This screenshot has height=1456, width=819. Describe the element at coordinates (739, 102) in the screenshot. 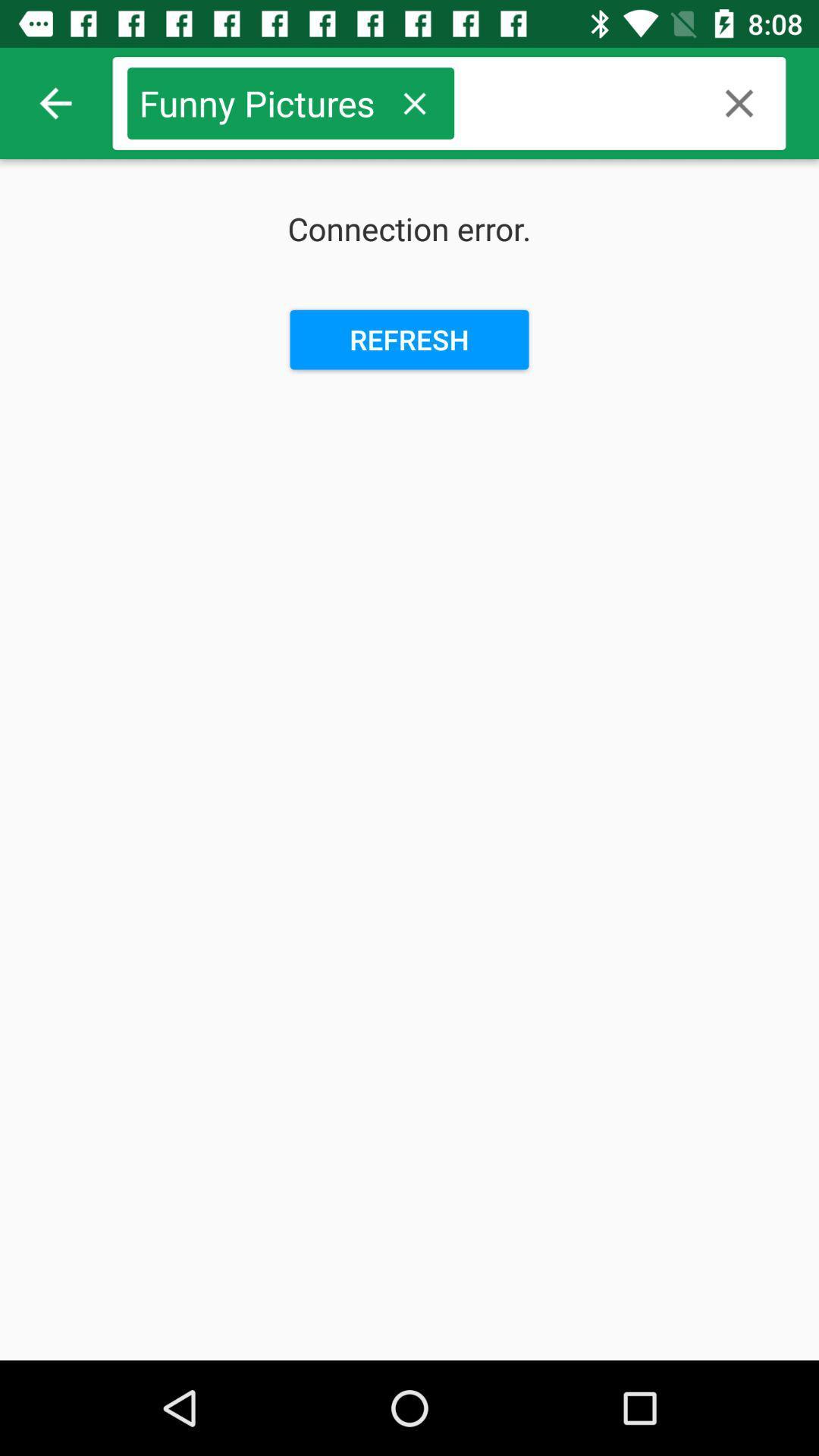

I see `the close icon` at that location.